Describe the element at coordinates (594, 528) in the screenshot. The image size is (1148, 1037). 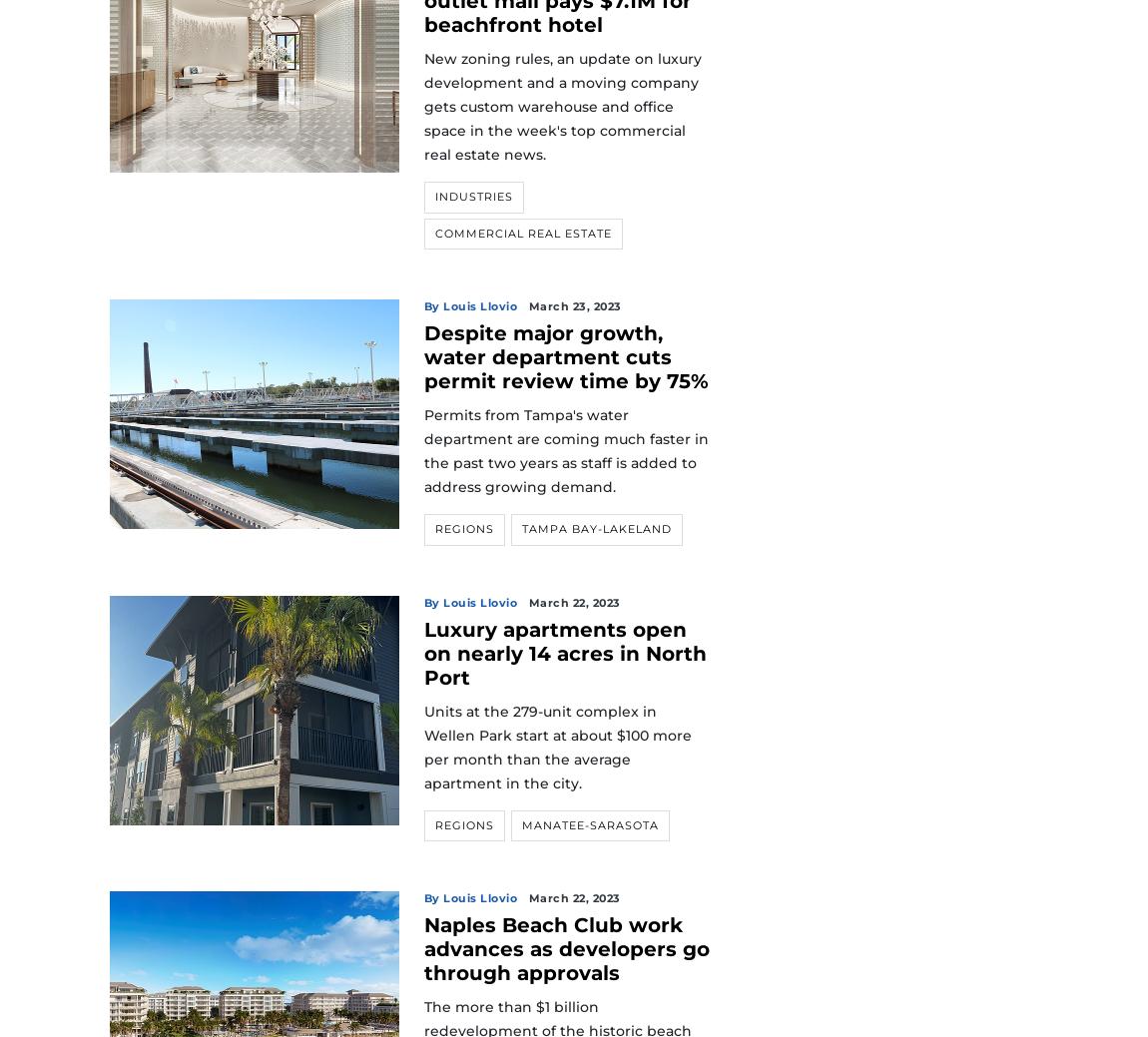
I see `'Tampa Bay-Lakeland'` at that location.